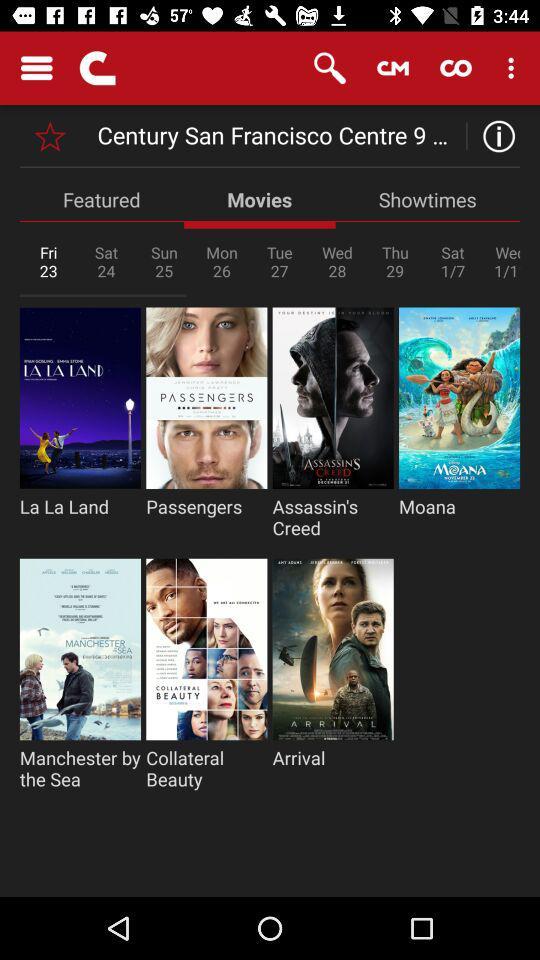  I want to click on the star icon, so click(50, 135).